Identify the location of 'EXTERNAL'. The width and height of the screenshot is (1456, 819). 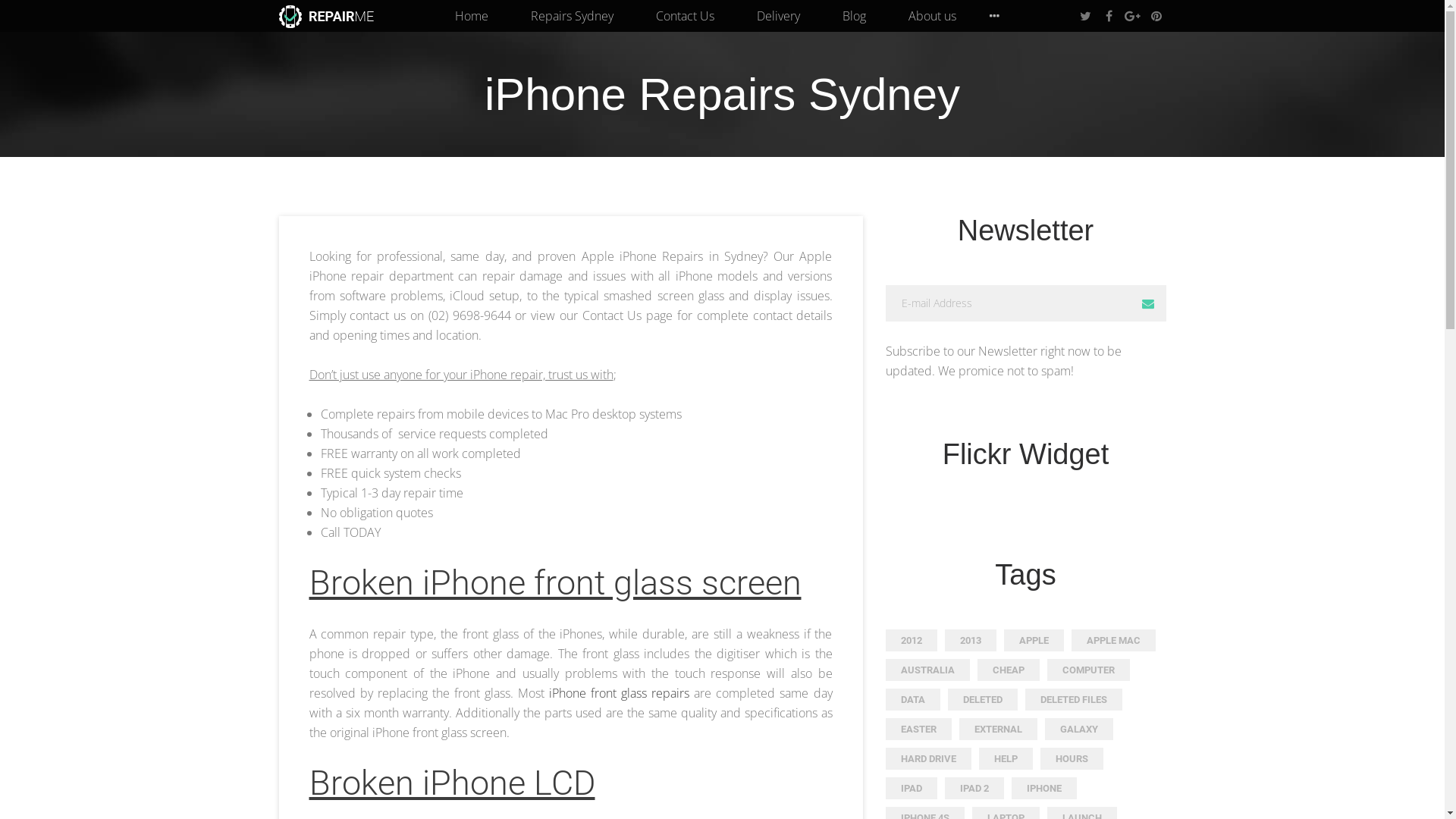
(957, 728).